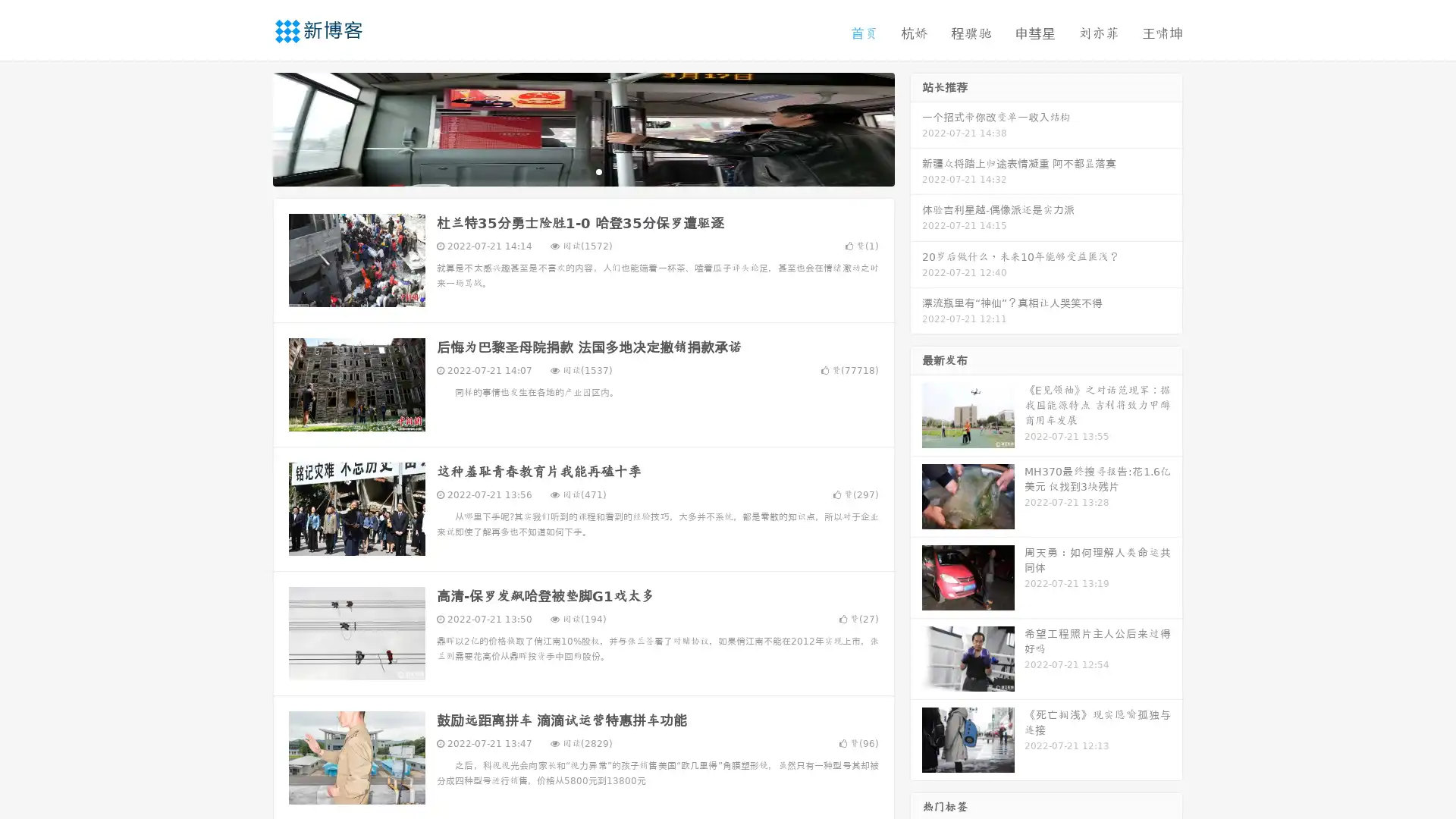 The width and height of the screenshot is (1456, 819). What do you see at coordinates (582, 171) in the screenshot?
I see `Go to slide 2` at bounding box center [582, 171].